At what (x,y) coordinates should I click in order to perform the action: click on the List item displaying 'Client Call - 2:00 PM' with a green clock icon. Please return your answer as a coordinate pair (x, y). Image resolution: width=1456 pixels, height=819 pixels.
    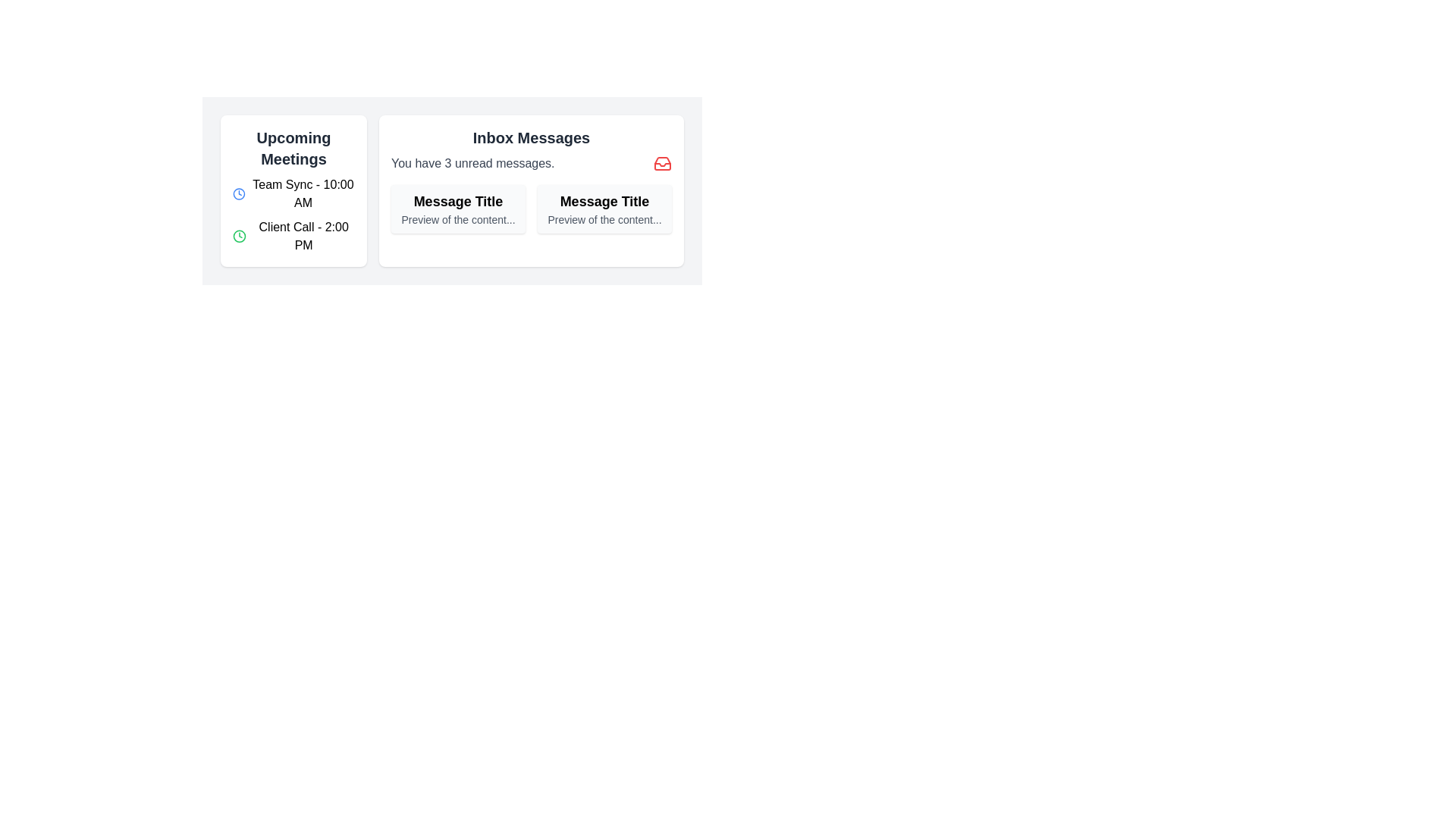
    Looking at the image, I should click on (293, 237).